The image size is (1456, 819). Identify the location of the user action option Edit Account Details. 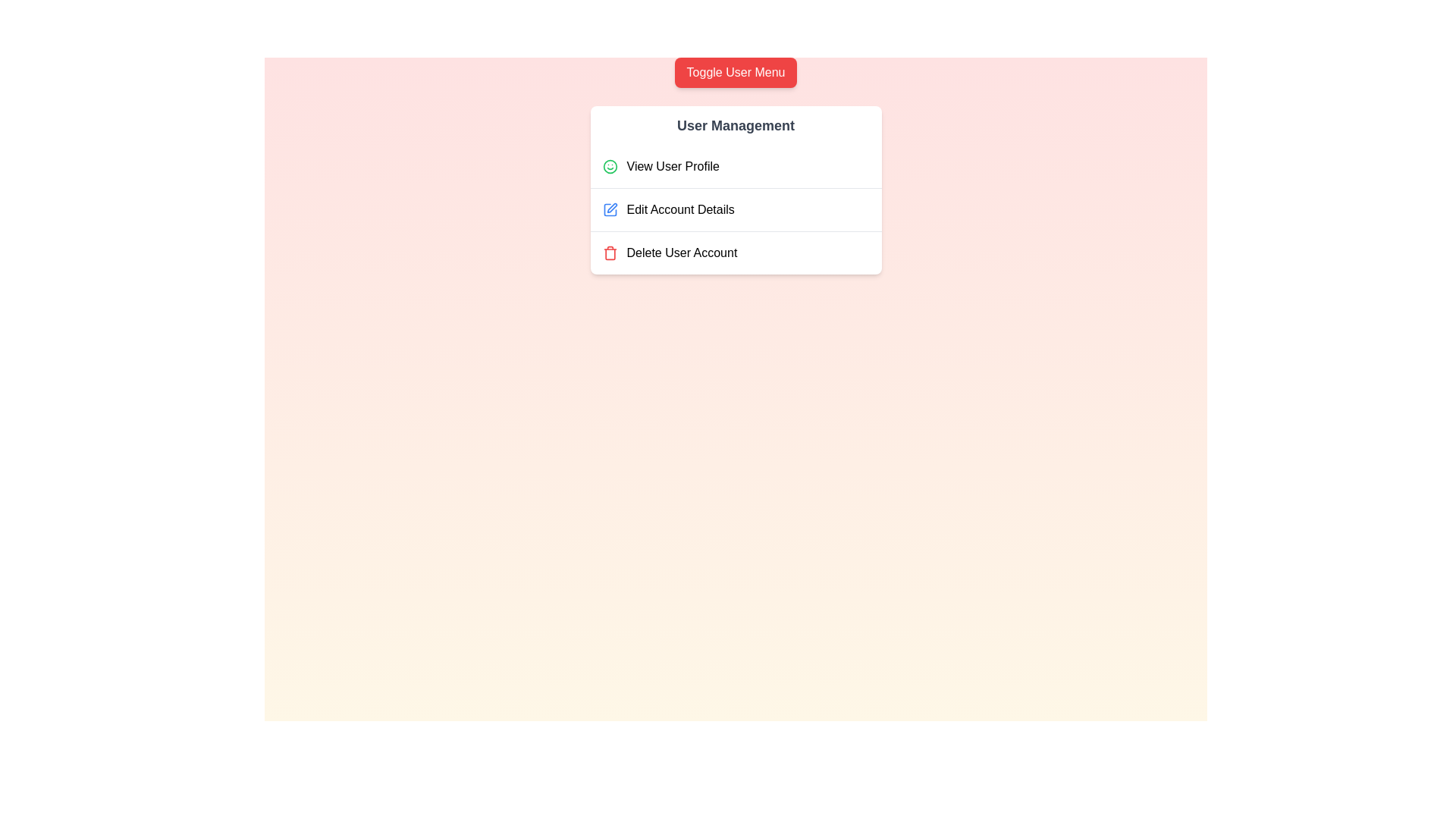
(736, 209).